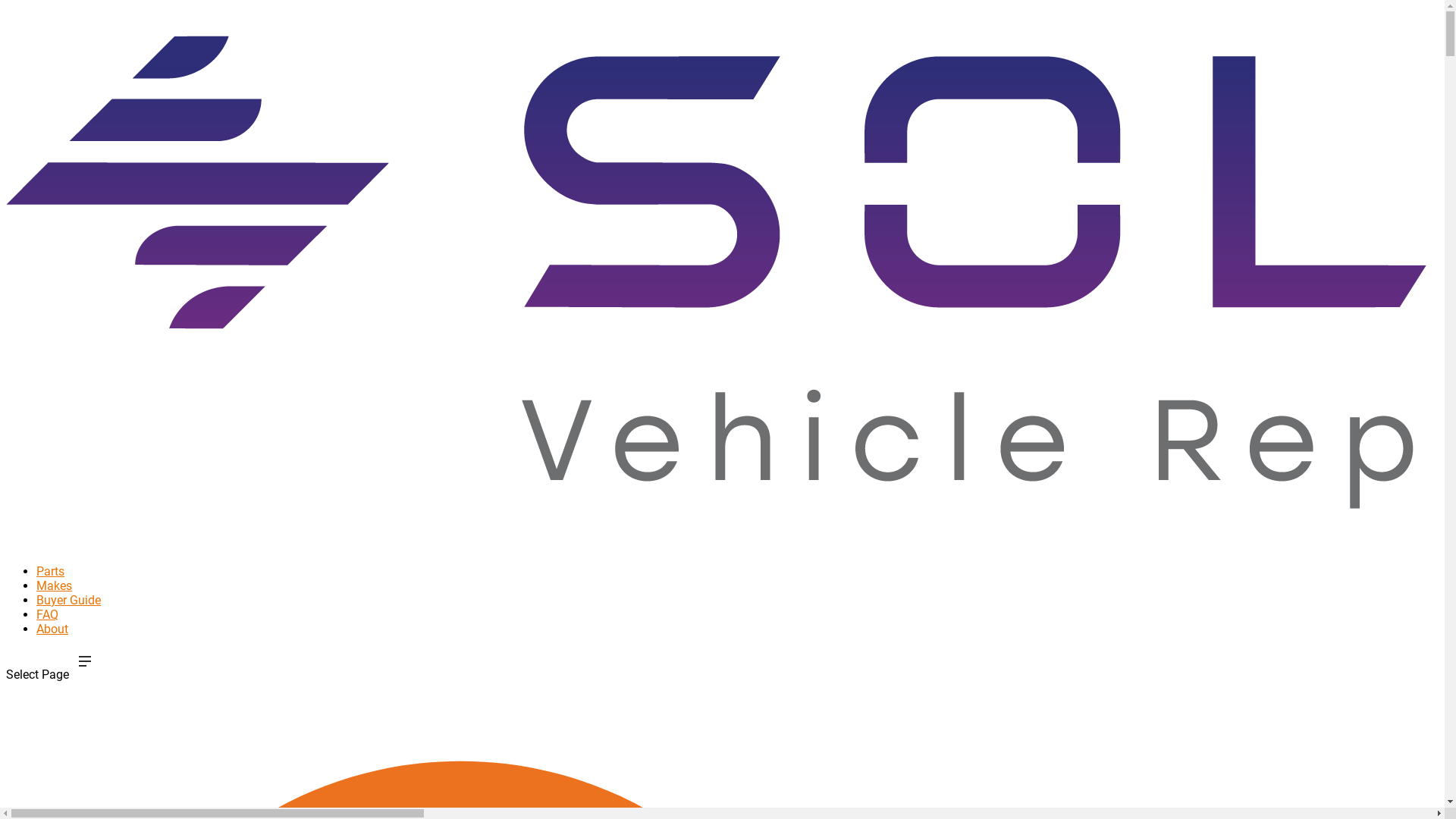 This screenshot has height=819, width=1456. I want to click on 'About', so click(36, 648).